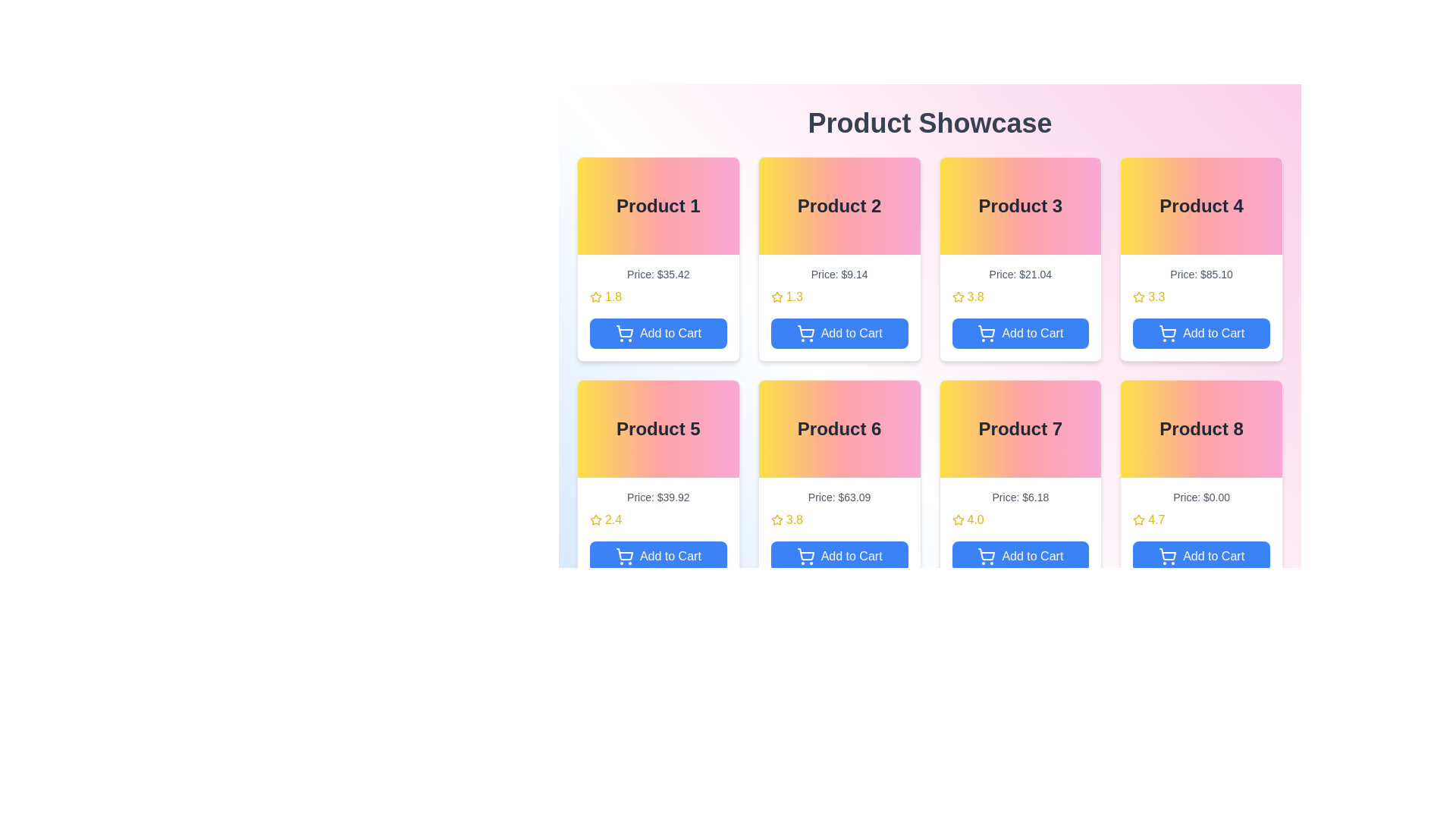 The width and height of the screenshot is (1456, 819). What do you see at coordinates (658, 497) in the screenshot?
I see `text content of the price label displaying 'Price: $39.92' located prominently inside the product card for 'Product 5' in the second row, first column of a 4x2 product grid` at bounding box center [658, 497].